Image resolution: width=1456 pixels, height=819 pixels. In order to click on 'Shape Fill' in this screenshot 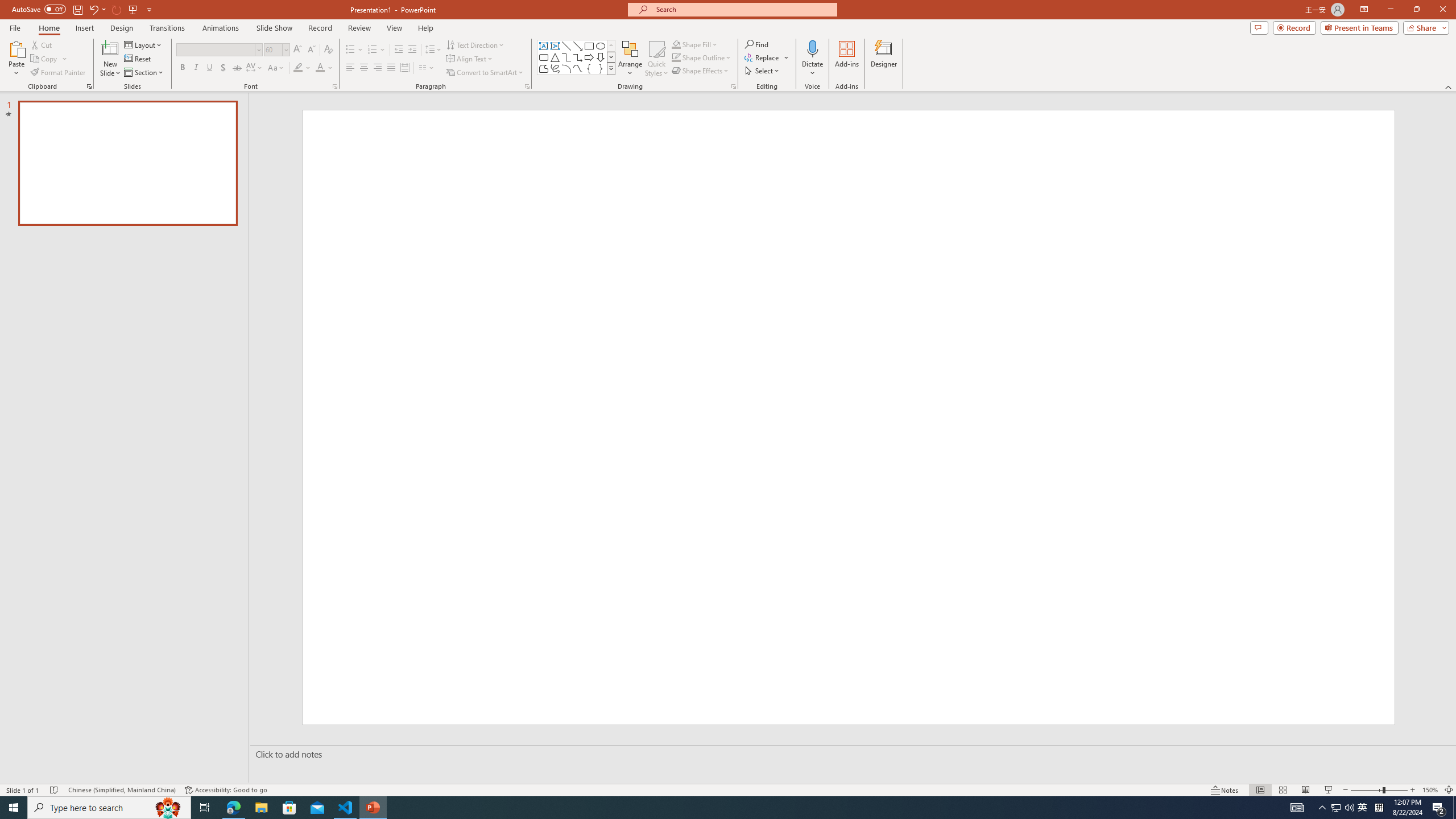, I will do `click(695, 44)`.